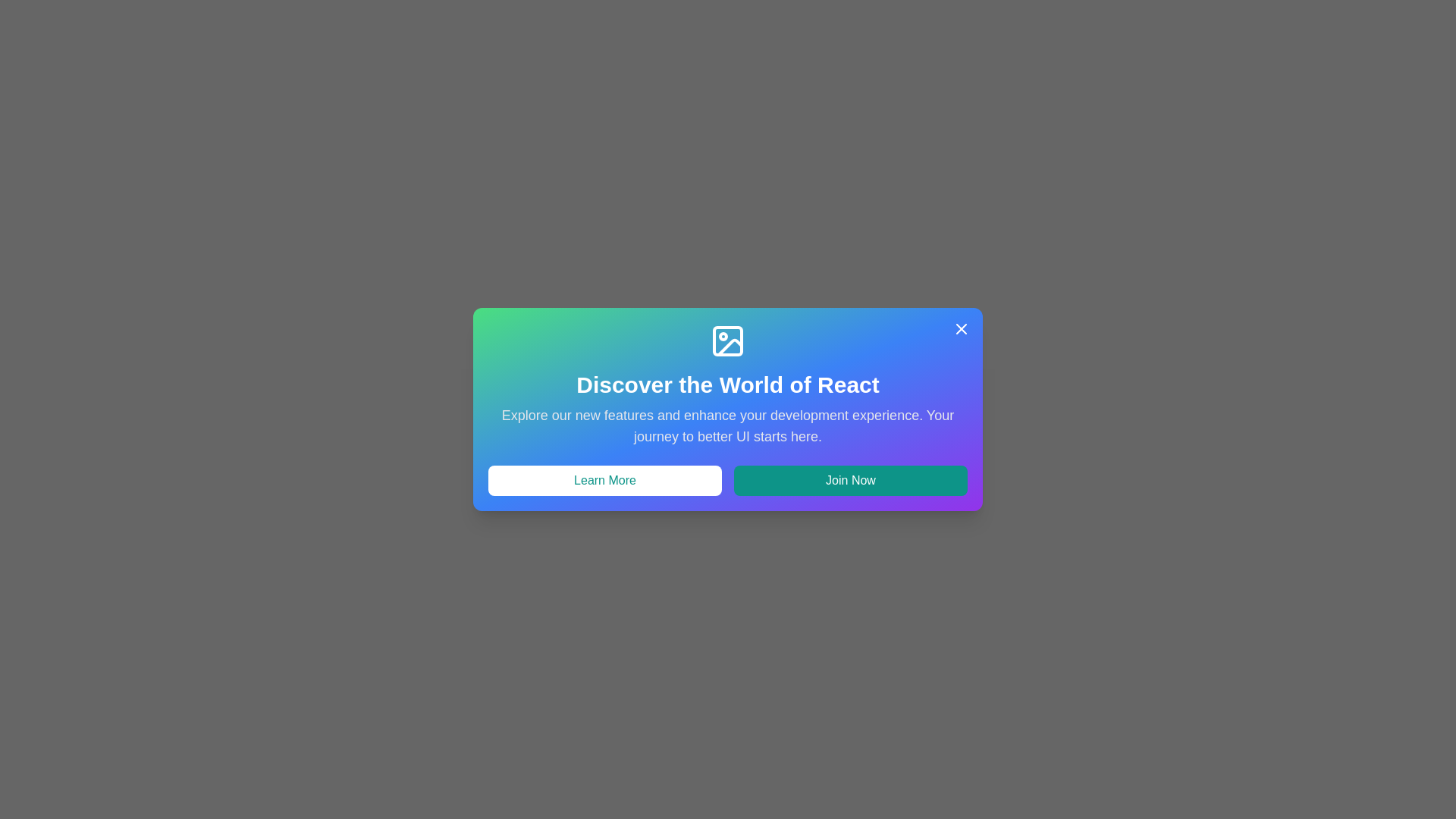 The image size is (1456, 819). Describe the element at coordinates (728, 409) in the screenshot. I see `the dialog area to focus on the text content` at that location.